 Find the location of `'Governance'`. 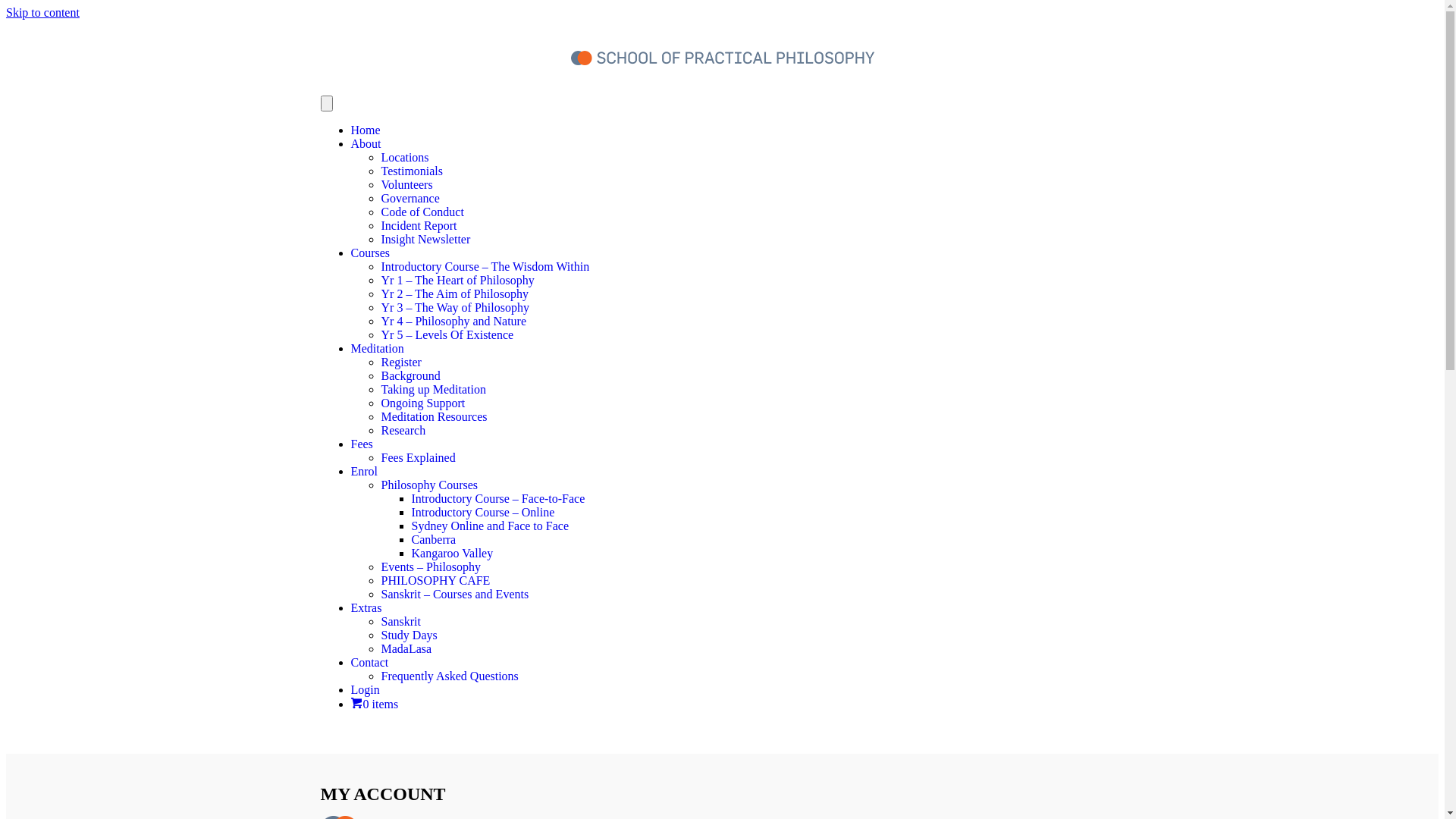

'Governance' is located at coordinates (409, 197).